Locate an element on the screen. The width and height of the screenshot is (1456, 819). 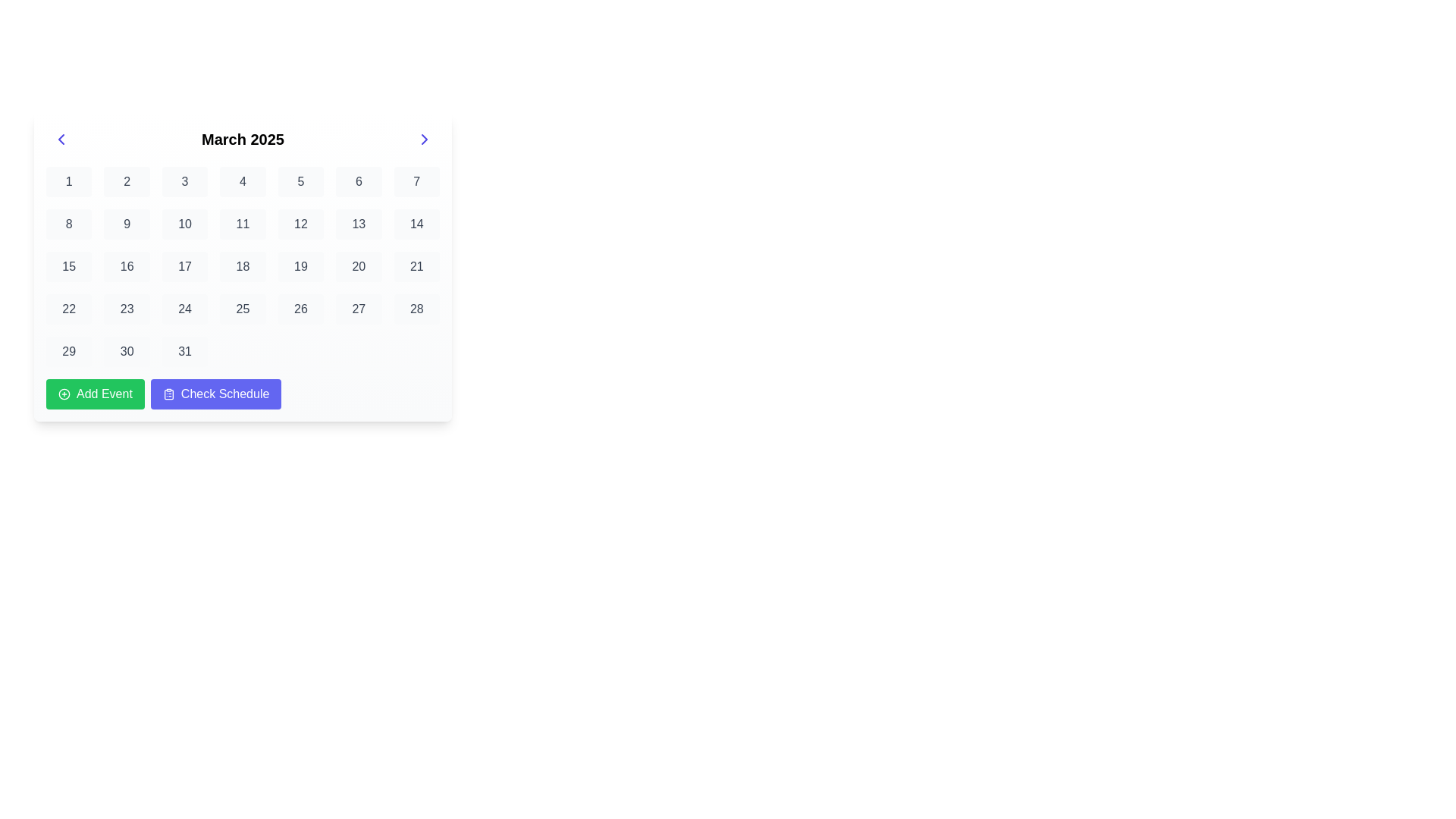
the Calendar Day Cell representing the day number 31, located at the bottom-right corner of the calendar grid is located at coordinates (184, 351).